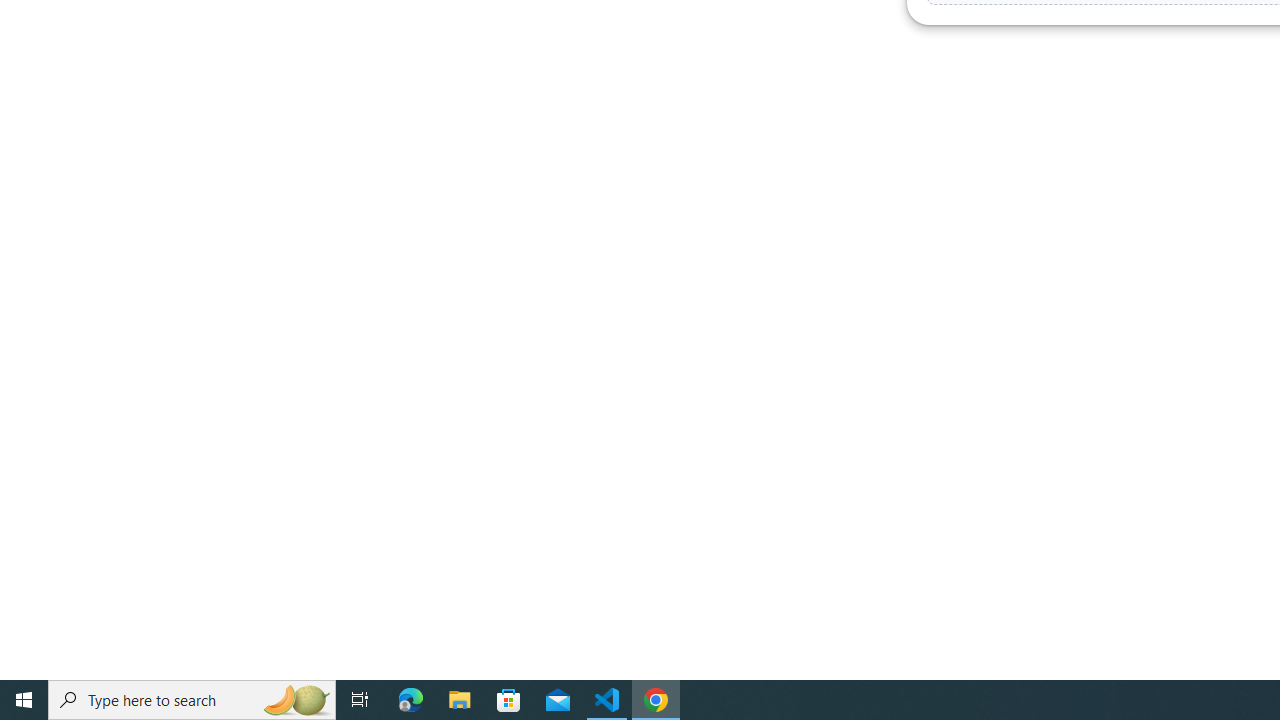  I want to click on 'Start', so click(24, 698).